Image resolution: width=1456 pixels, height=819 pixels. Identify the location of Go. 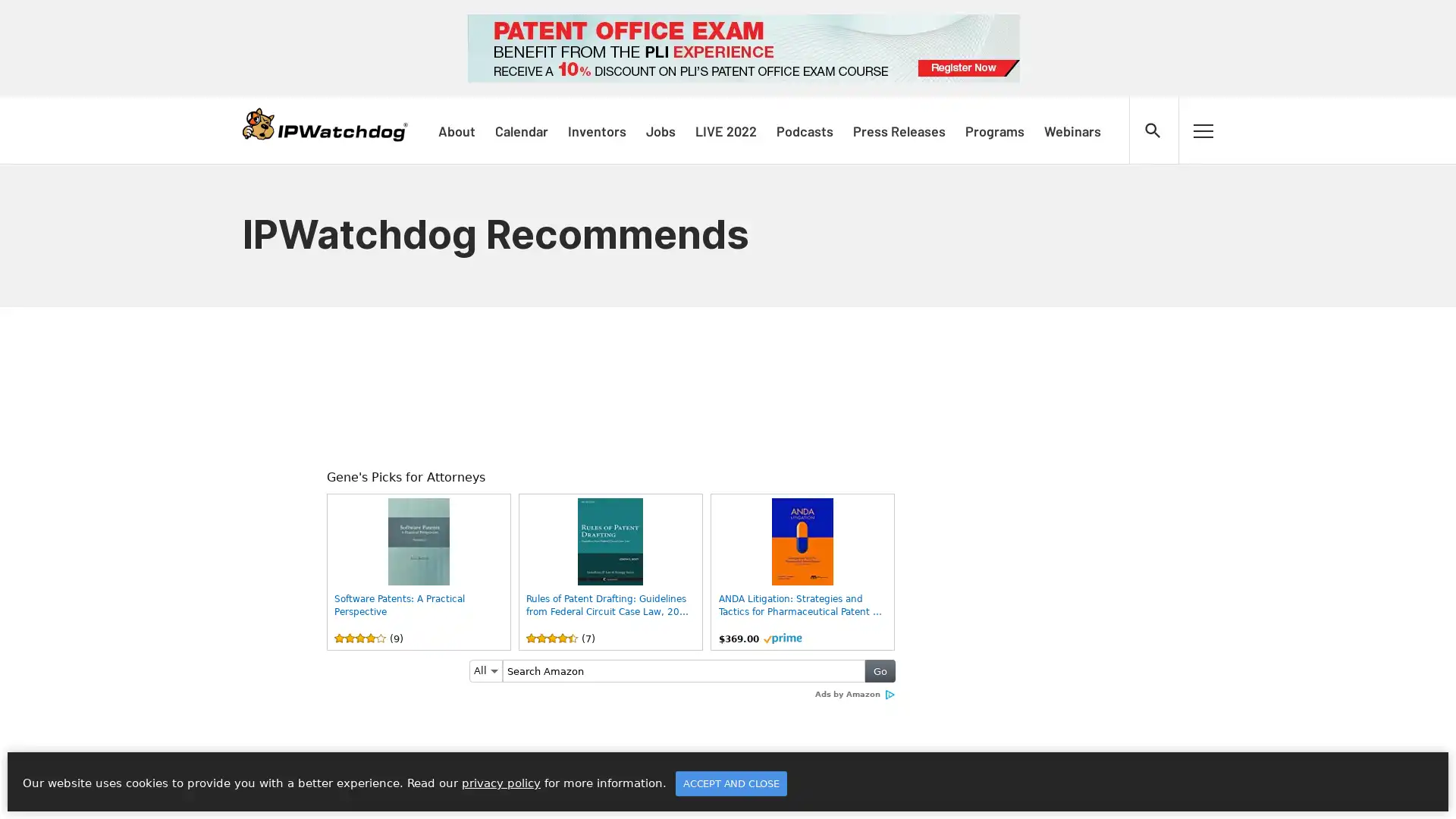
(880, 670).